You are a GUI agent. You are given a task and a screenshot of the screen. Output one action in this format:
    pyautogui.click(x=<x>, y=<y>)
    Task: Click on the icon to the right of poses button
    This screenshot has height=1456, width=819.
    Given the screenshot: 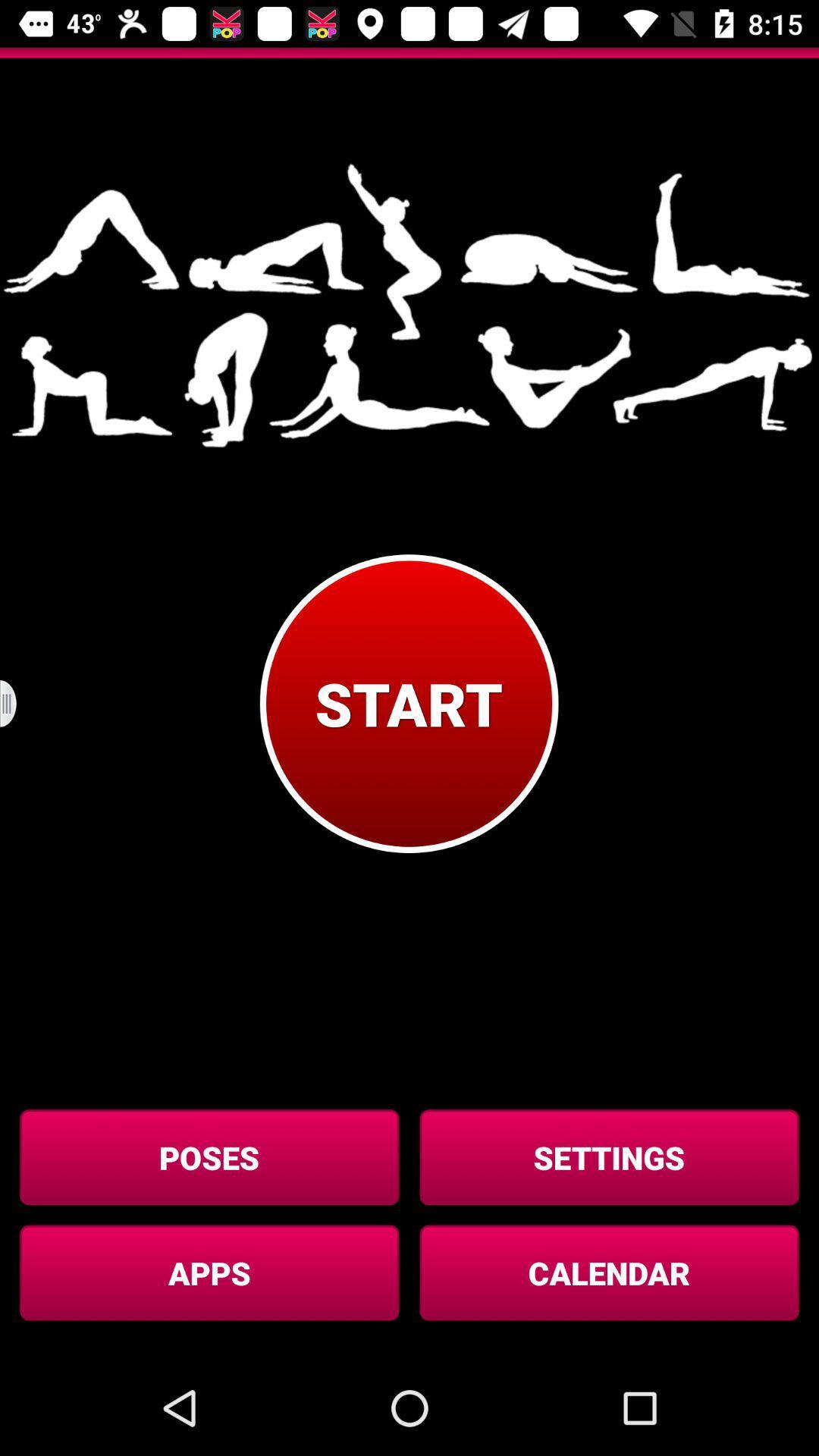 What is the action you would take?
    pyautogui.click(x=608, y=1156)
    